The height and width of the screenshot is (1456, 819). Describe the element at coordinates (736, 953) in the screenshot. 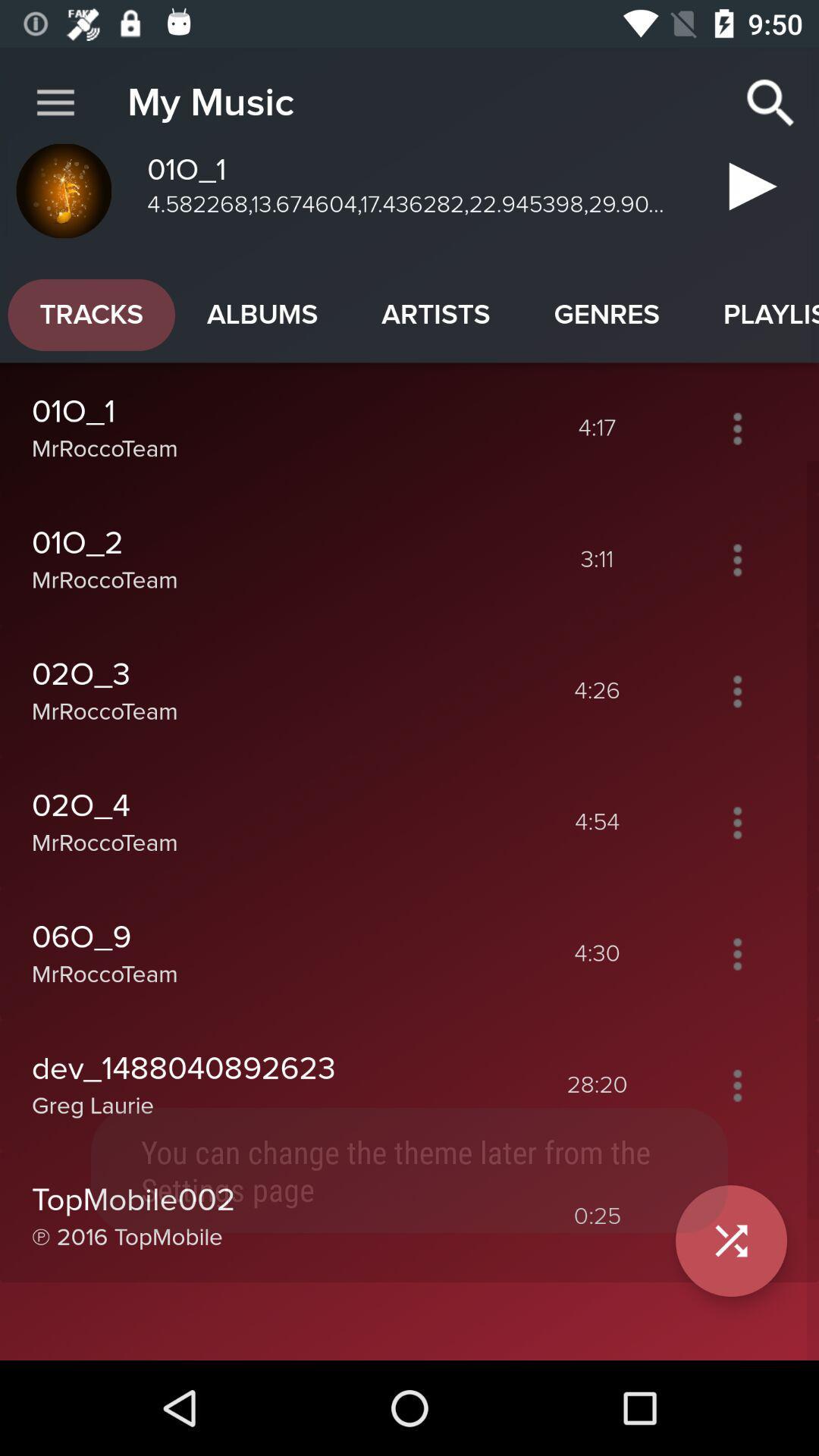

I see `open options` at that location.